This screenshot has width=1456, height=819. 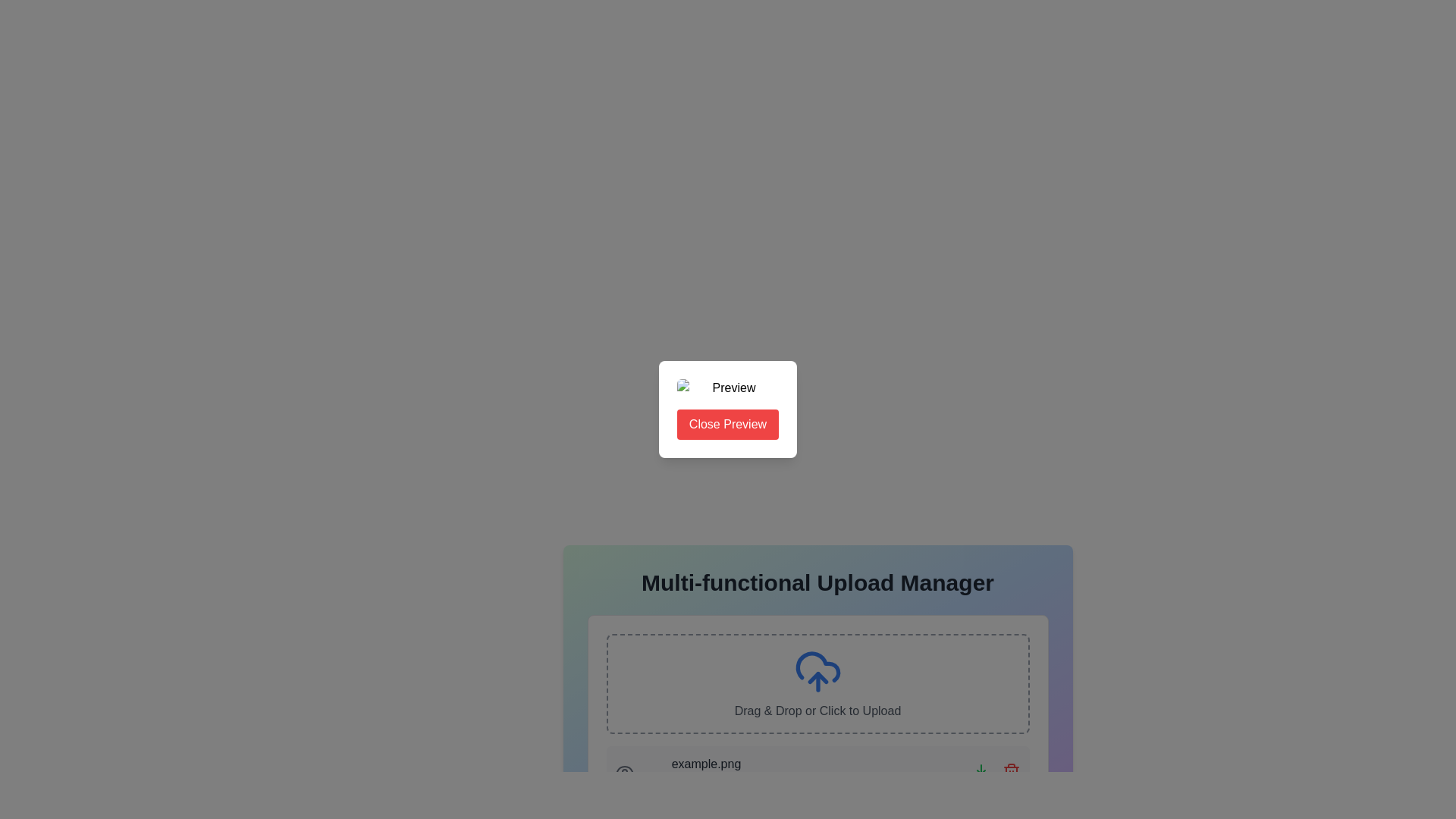 I want to click on the prominent red button with white text 'Close Preview', so click(x=728, y=424).